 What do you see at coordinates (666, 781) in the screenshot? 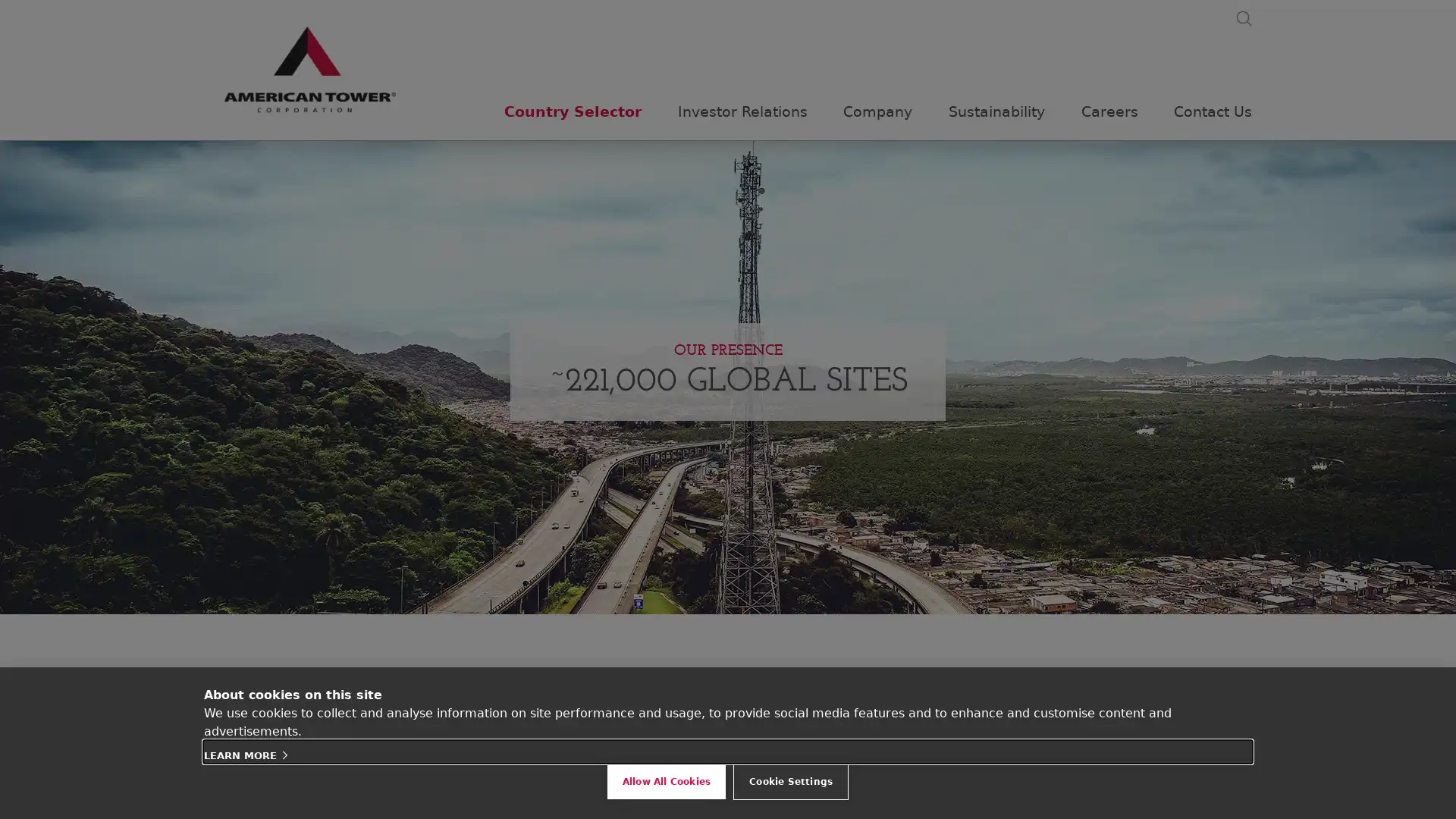
I see `Allow All Cookies` at bounding box center [666, 781].